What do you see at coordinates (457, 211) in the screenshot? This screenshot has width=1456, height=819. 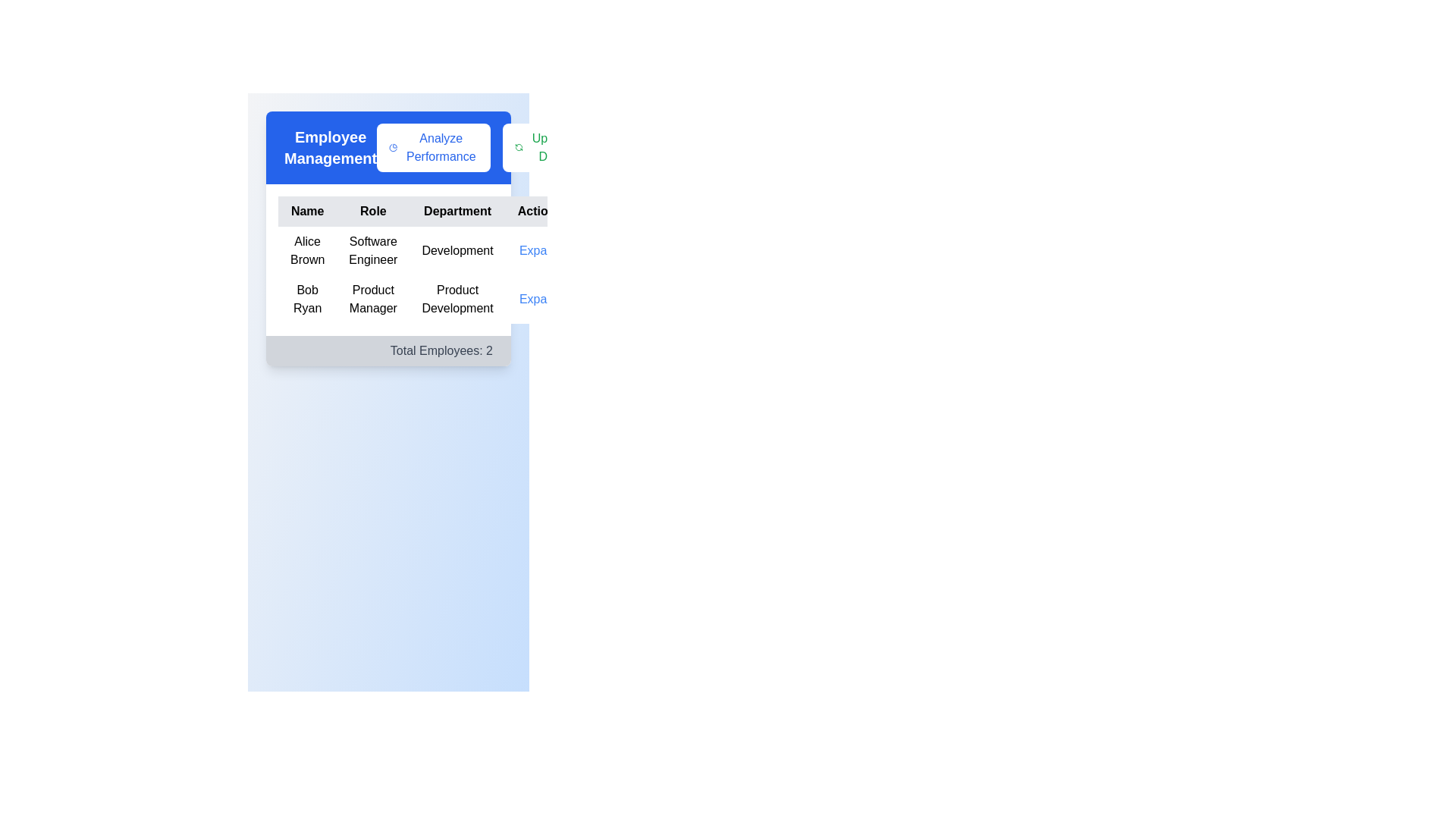 I see `the 'Department' header label in the table, which is the third column header located between 'Role' and 'Actions'` at bounding box center [457, 211].